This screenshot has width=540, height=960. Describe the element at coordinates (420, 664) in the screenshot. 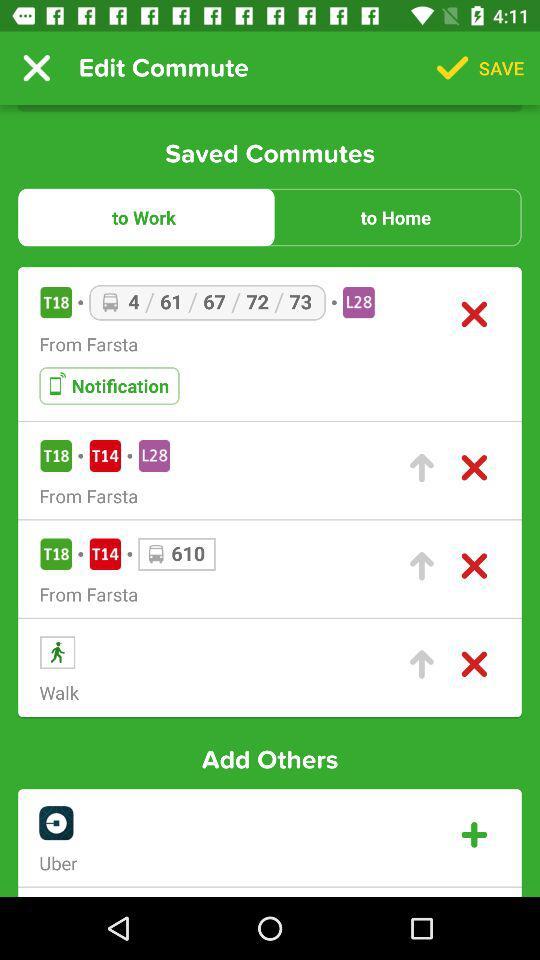

I see `start commuting` at that location.